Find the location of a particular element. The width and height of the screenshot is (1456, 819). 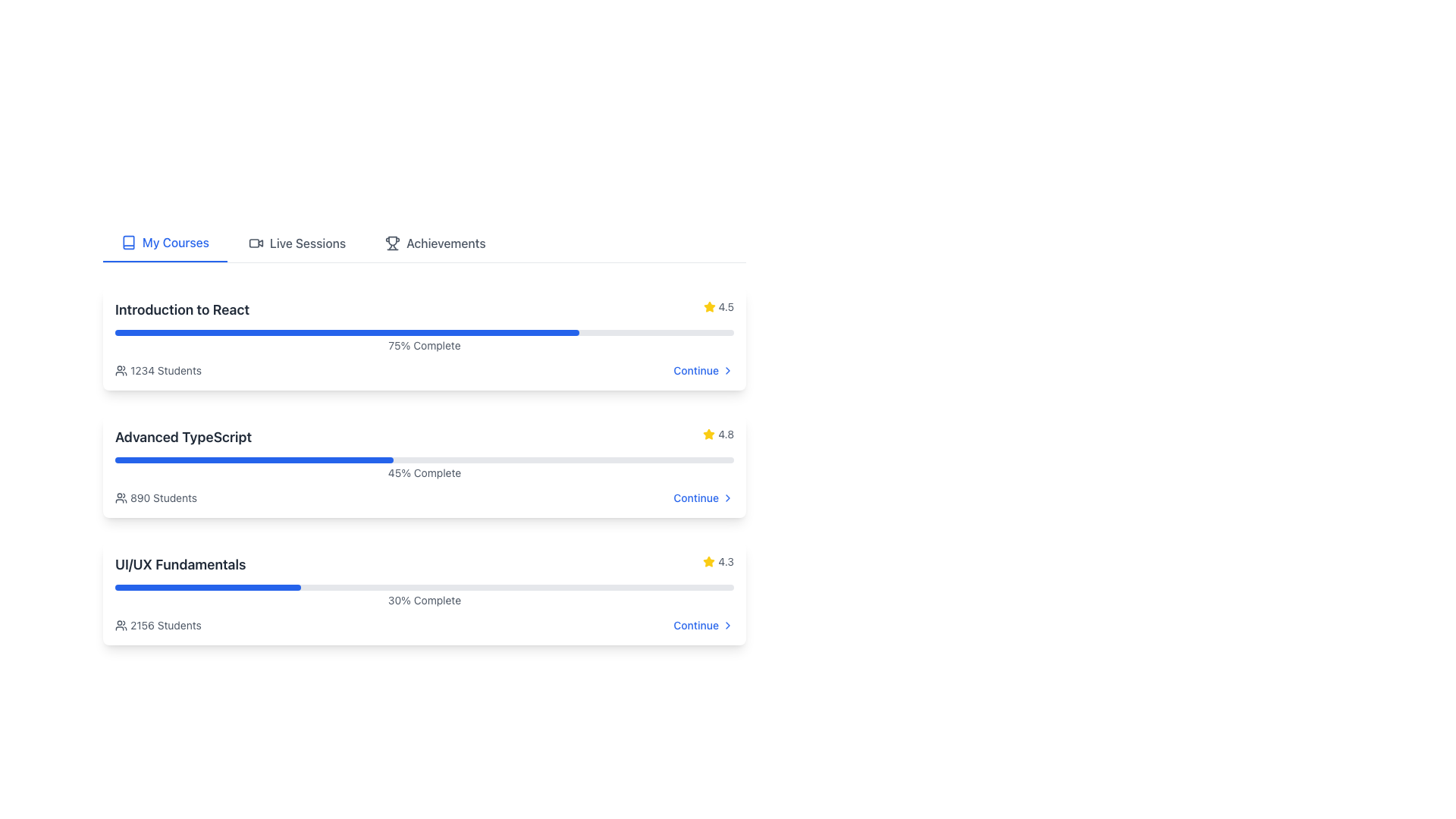

the SVG icon representing a group of users, which is dark gray and positioned to the left of the text '1234 Students' in the 'Introduction to React' section is located at coordinates (120, 371).